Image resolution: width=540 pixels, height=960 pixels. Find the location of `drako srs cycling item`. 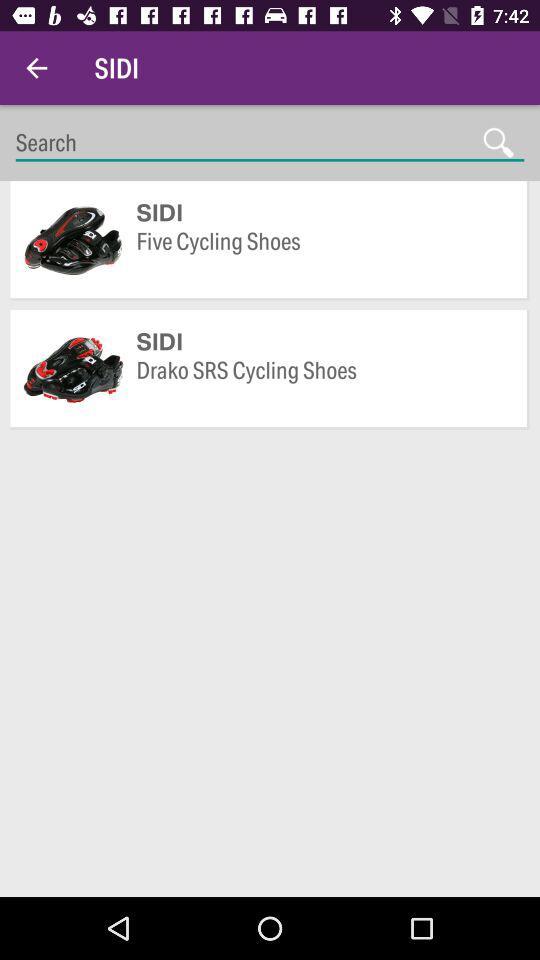

drako srs cycling item is located at coordinates (322, 384).